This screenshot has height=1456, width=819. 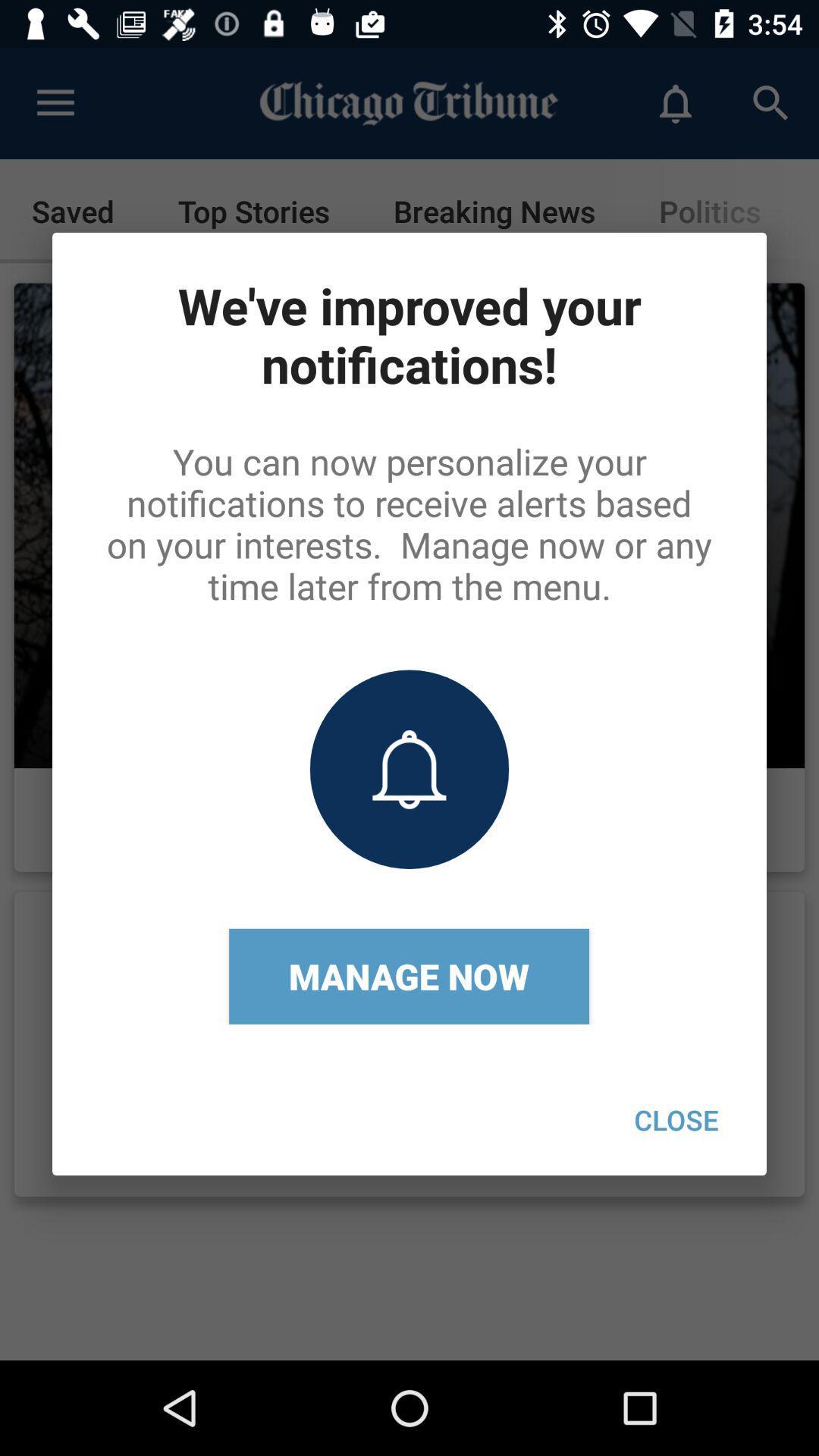 I want to click on the close, so click(x=676, y=1119).